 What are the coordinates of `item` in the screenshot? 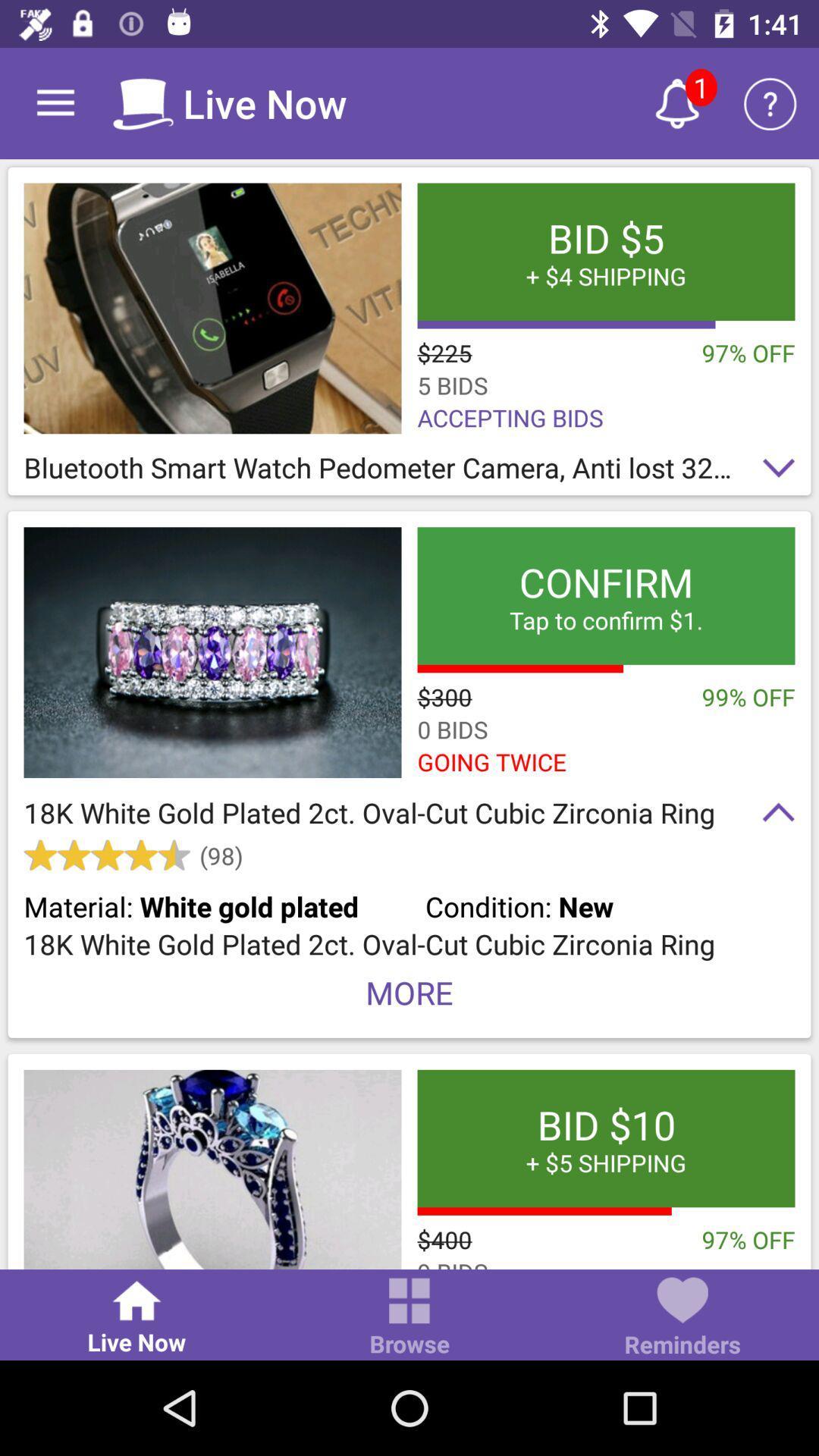 It's located at (212, 652).